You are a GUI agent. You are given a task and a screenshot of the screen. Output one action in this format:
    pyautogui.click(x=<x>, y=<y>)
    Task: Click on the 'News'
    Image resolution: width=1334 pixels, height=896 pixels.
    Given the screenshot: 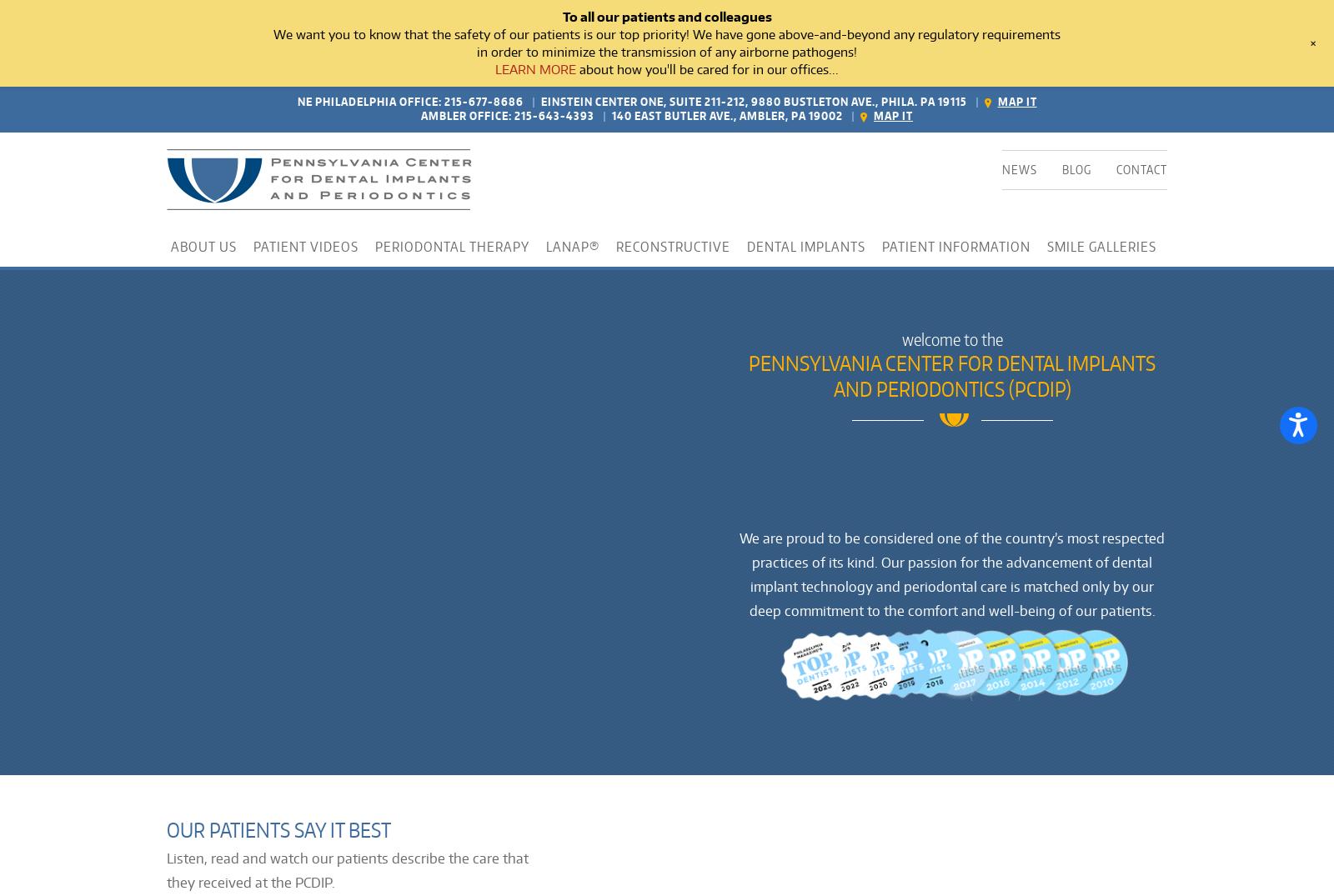 What is the action you would take?
    pyautogui.click(x=1019, y=168)
    